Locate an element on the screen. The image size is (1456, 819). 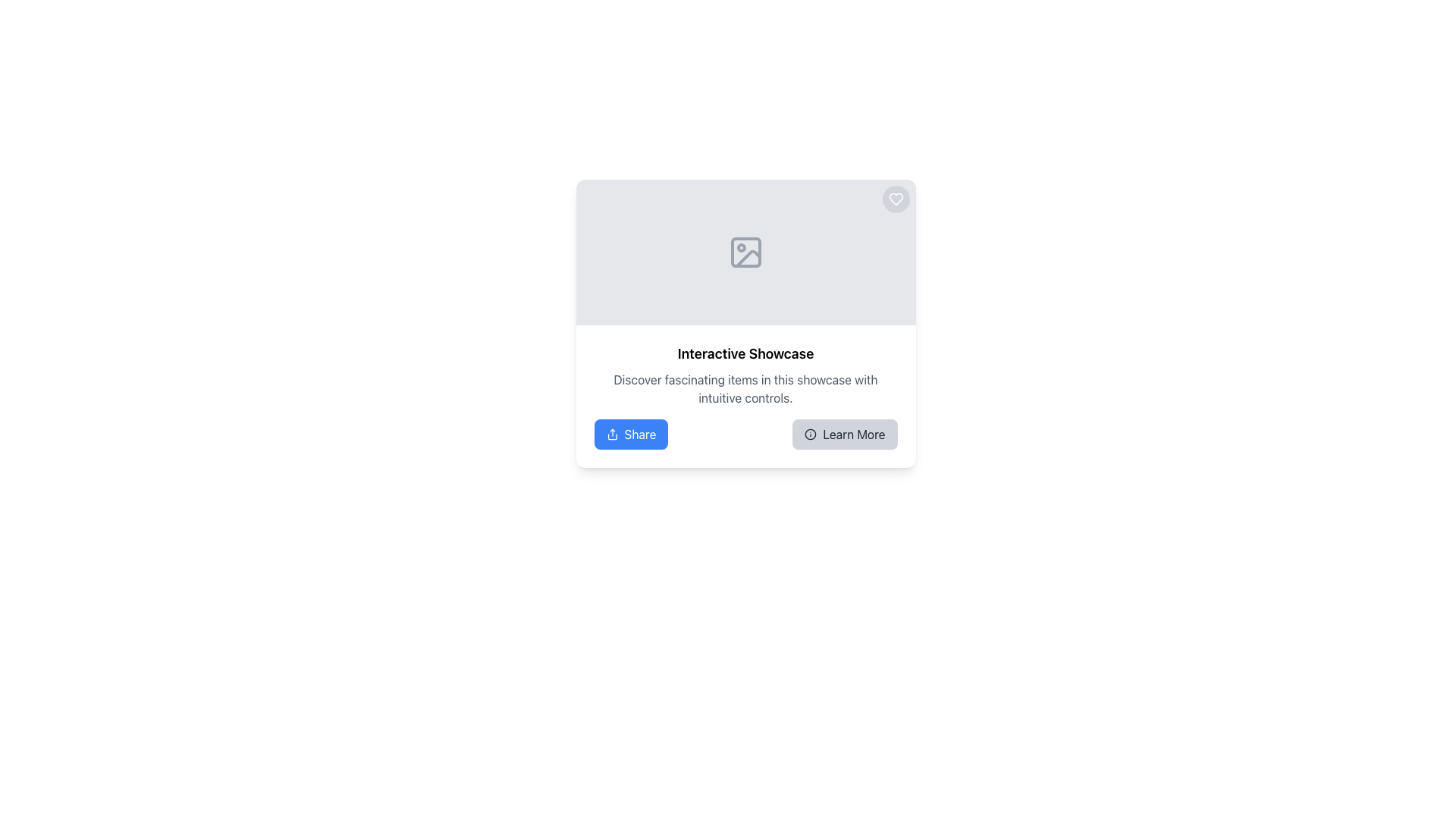
the curved line representing a portion of an abstract image icon located at the base area of the SVG icon within the gray-colored image placeholder is located at coordinates (748, 258).